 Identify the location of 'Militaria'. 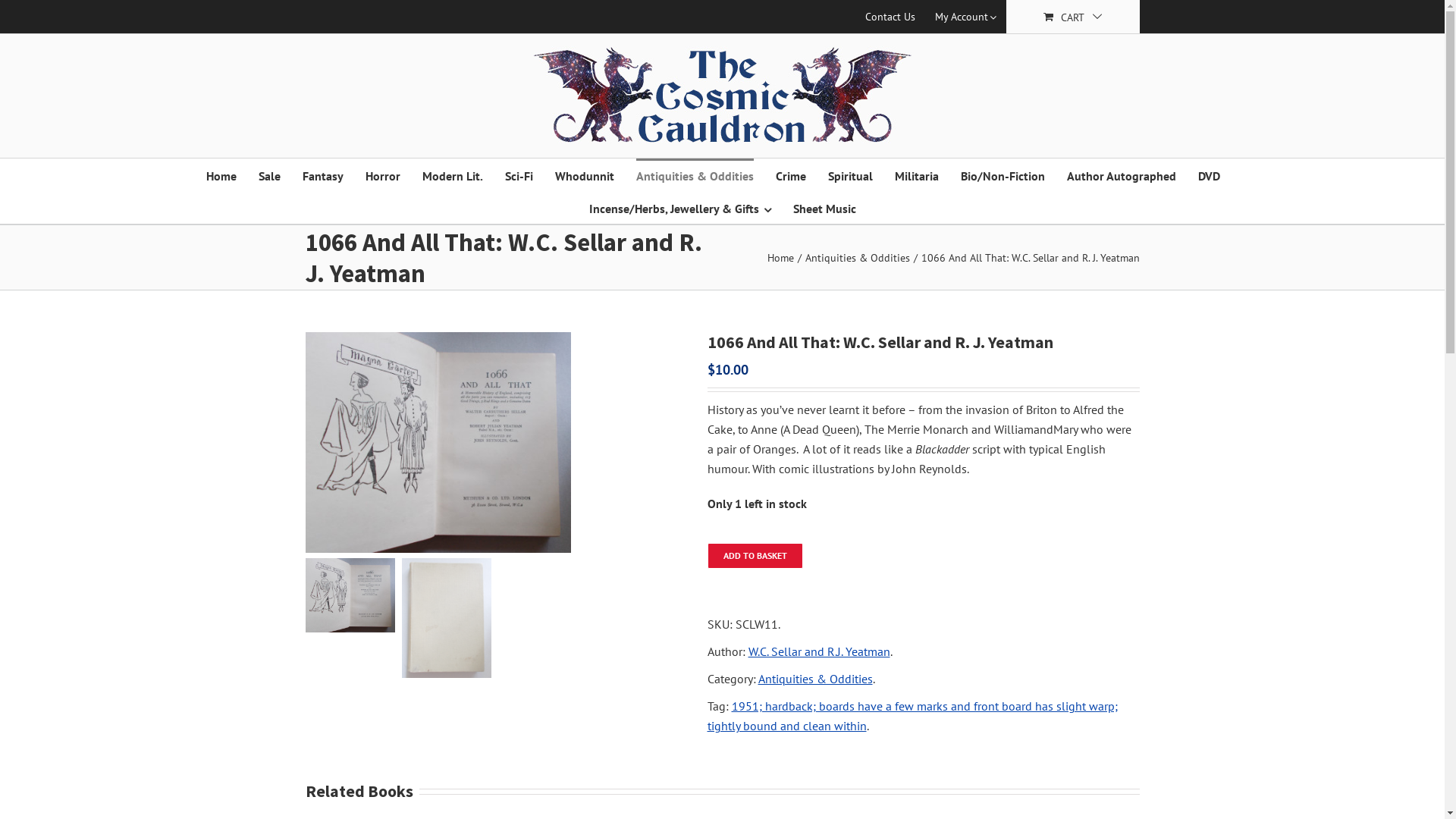
(916, 174).